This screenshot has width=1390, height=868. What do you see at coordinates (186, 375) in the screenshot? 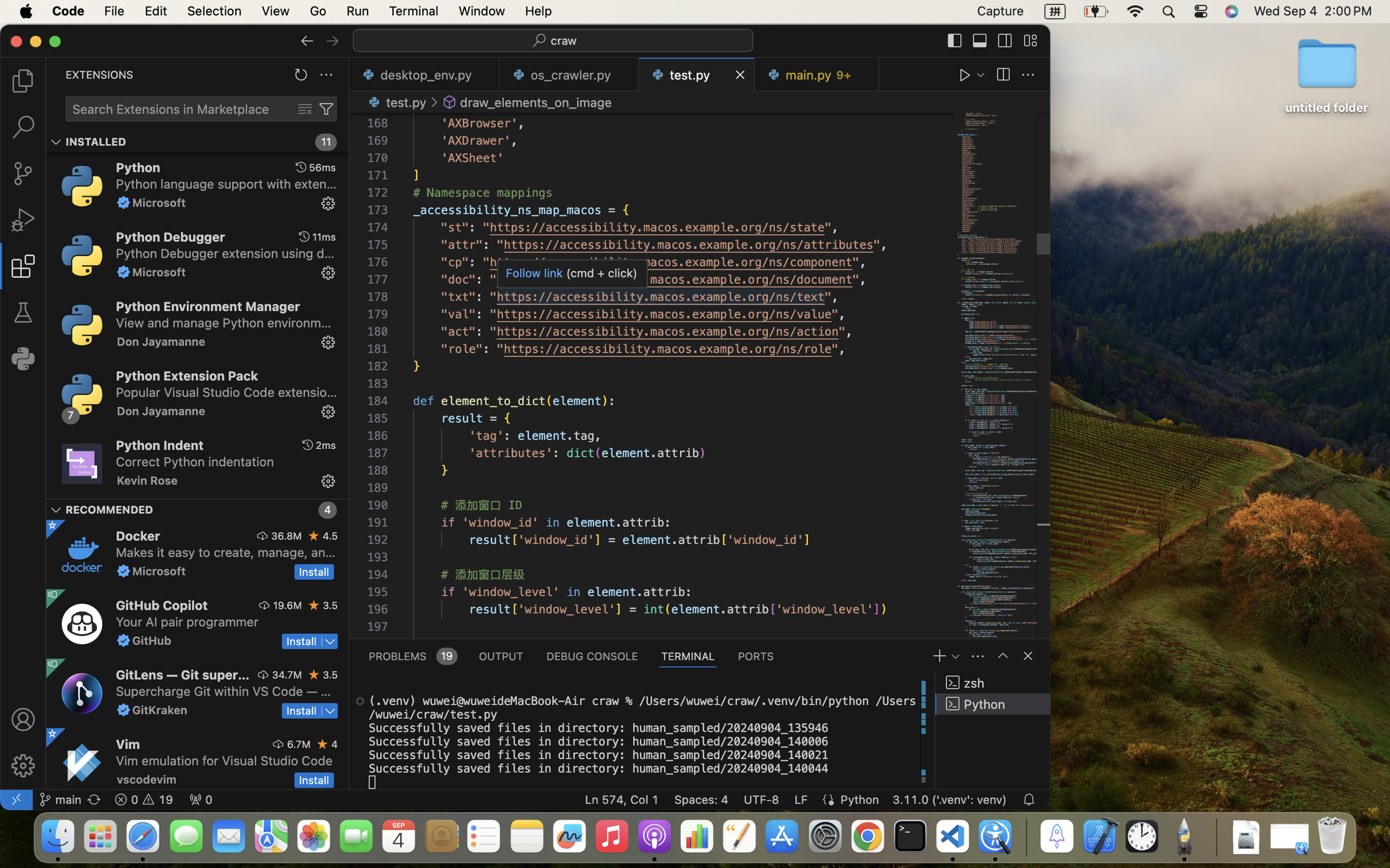
I see `'Python Extension Pack'` at bounding box center [186, 375].